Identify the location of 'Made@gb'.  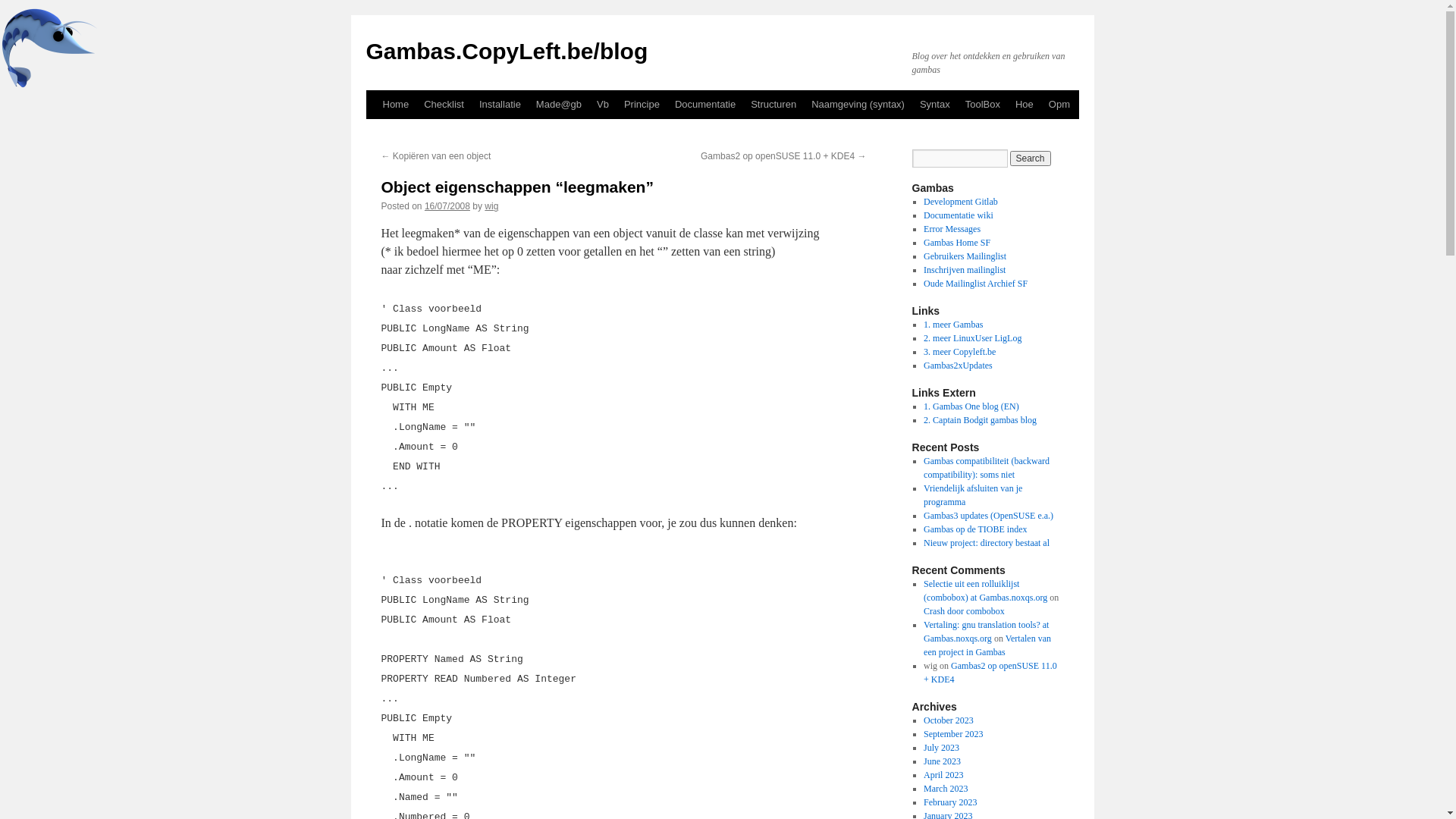
(558, 104).